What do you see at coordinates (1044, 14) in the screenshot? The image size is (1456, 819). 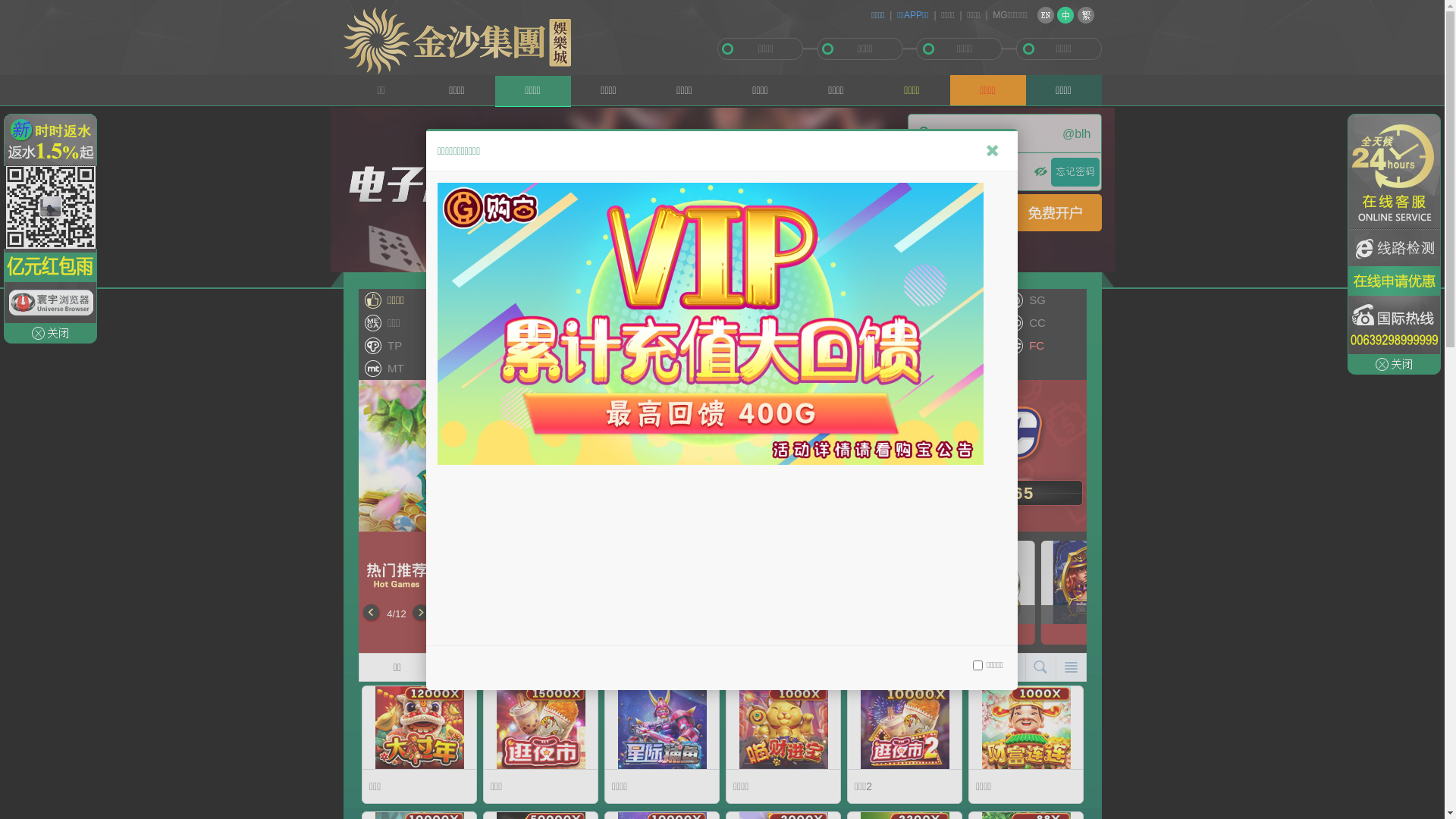 I see `'English'` at bounding box center [1044, 14].